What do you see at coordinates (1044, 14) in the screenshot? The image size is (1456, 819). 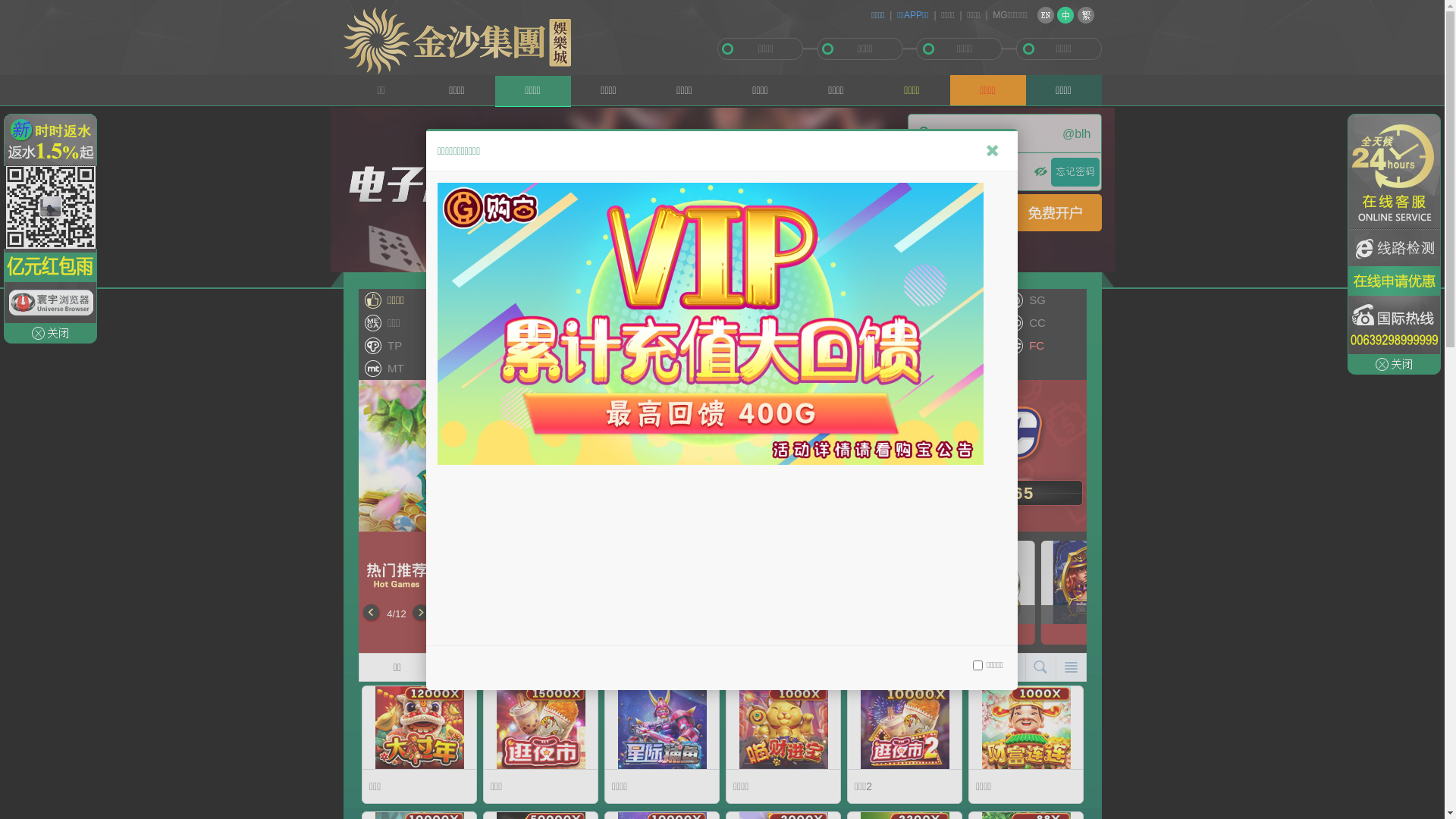 I see `'English'` at bounding box center [1044, 14].